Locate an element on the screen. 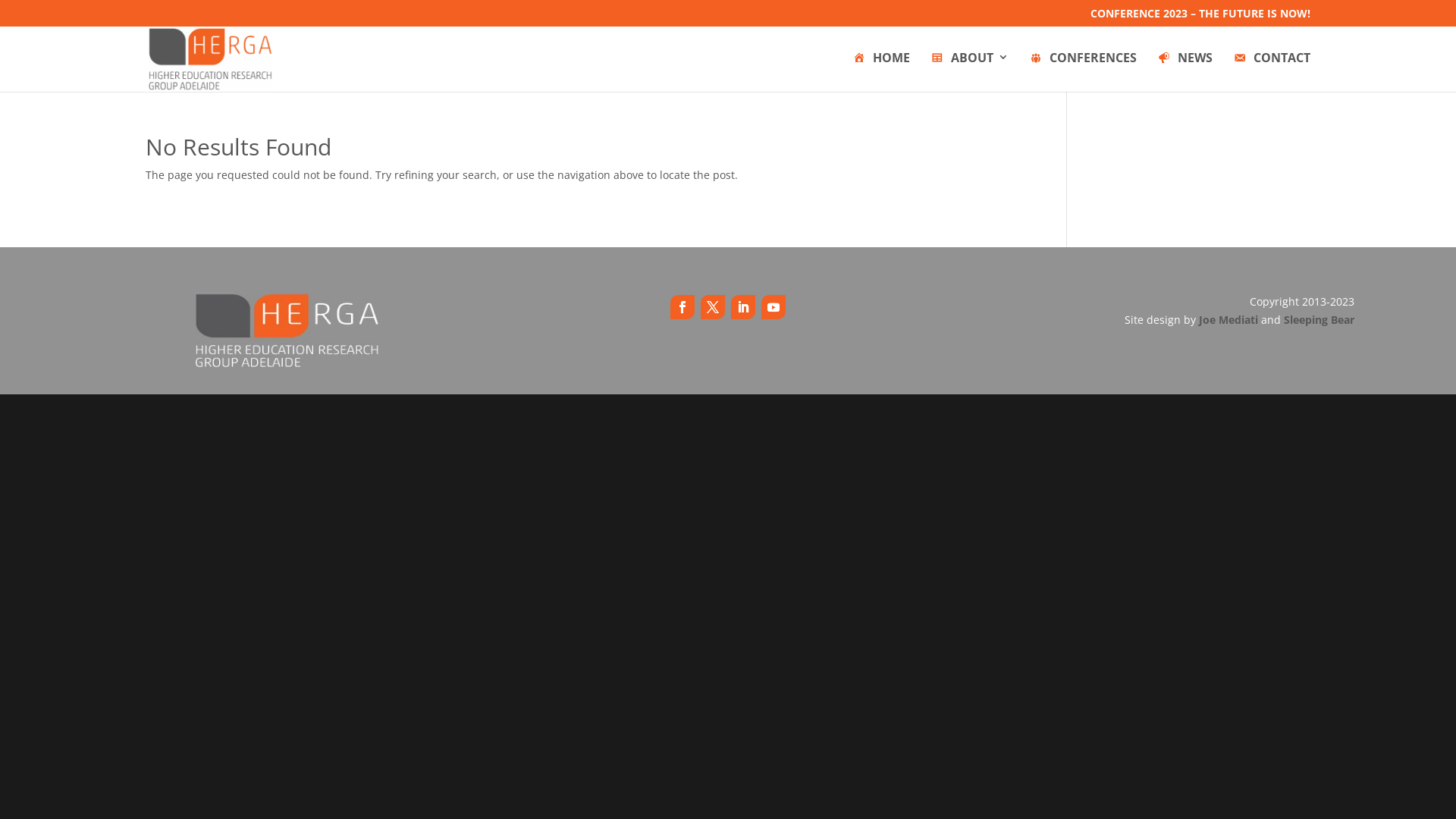 Image resolution: width=1456 pixels, height=819 pixels. 'CONFERENCES' is located at coordinates (1081, 71).